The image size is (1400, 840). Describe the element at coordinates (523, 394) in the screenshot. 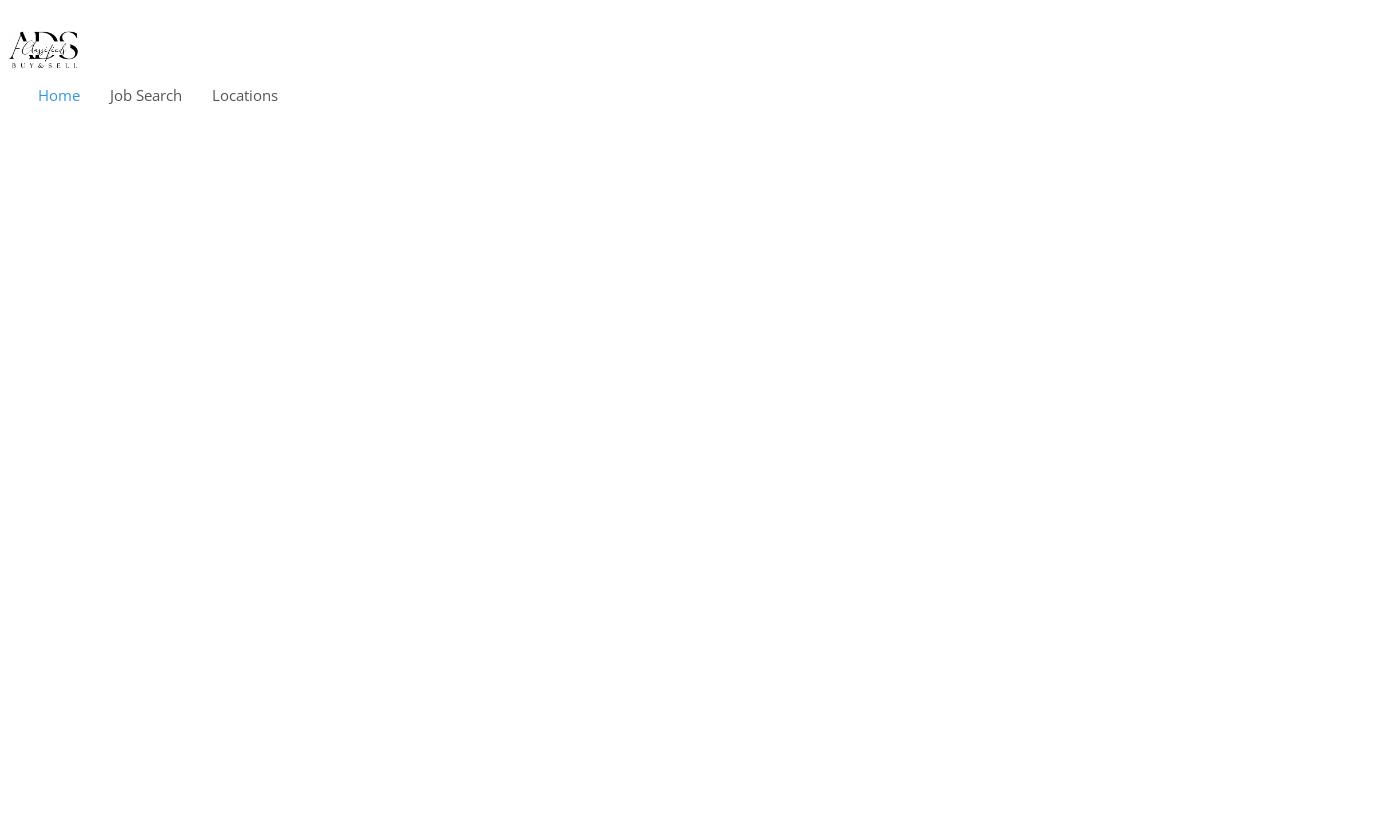

I see `'Shop & Sell anytime, anywhere and for FREE.'` at that location.